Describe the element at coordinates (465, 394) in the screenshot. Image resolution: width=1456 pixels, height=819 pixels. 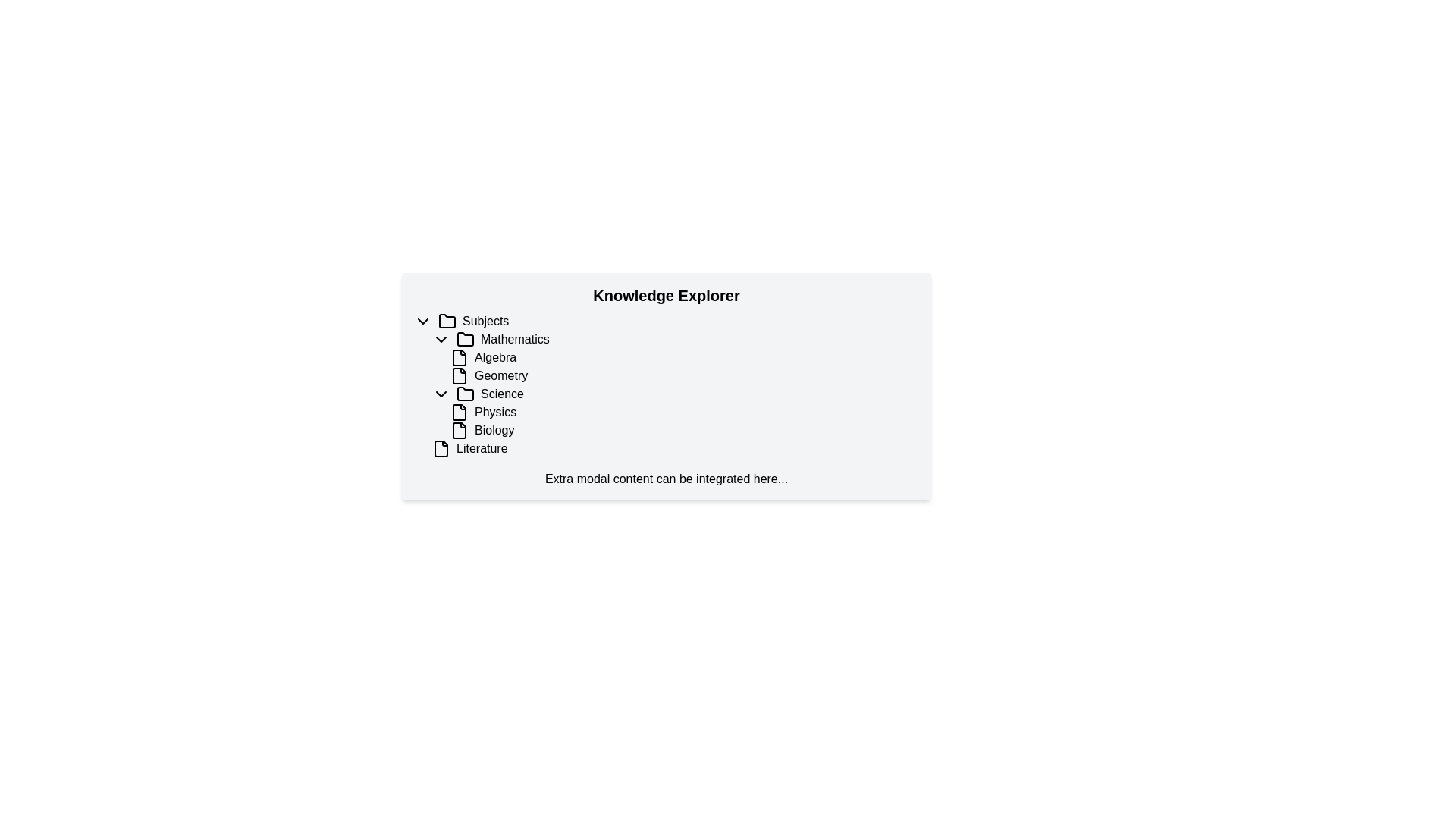
I see `the SVG Folder Icon representing the 'Science' section, located to the left of the 'Science' text label` at that location.